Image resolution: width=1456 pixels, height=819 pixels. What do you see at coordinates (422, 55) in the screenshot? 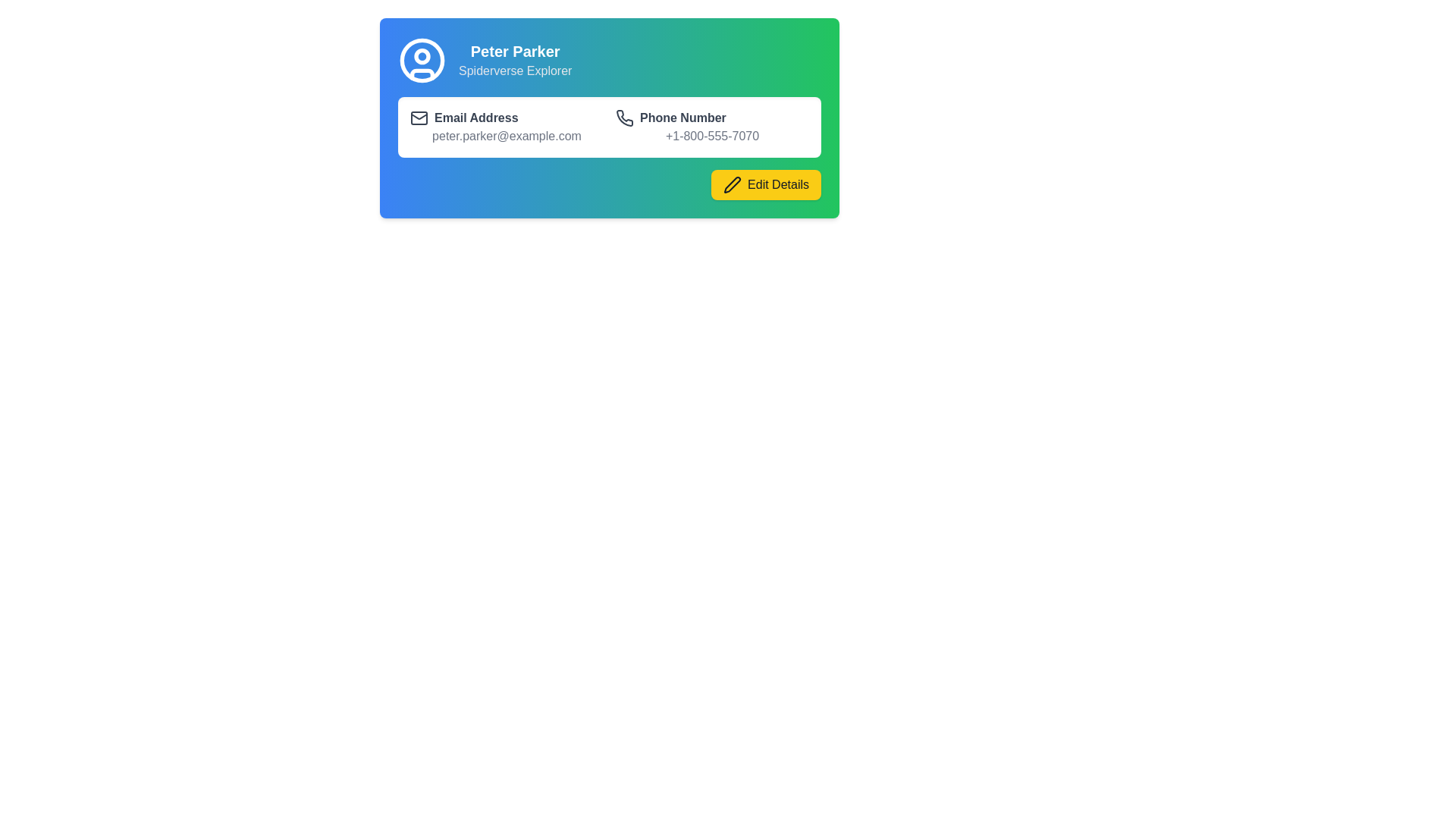
I see `the Decorative graphic circle that represents part of the user's avatar, positioned at the top of the circular icon` at bounding box center [422, 55].